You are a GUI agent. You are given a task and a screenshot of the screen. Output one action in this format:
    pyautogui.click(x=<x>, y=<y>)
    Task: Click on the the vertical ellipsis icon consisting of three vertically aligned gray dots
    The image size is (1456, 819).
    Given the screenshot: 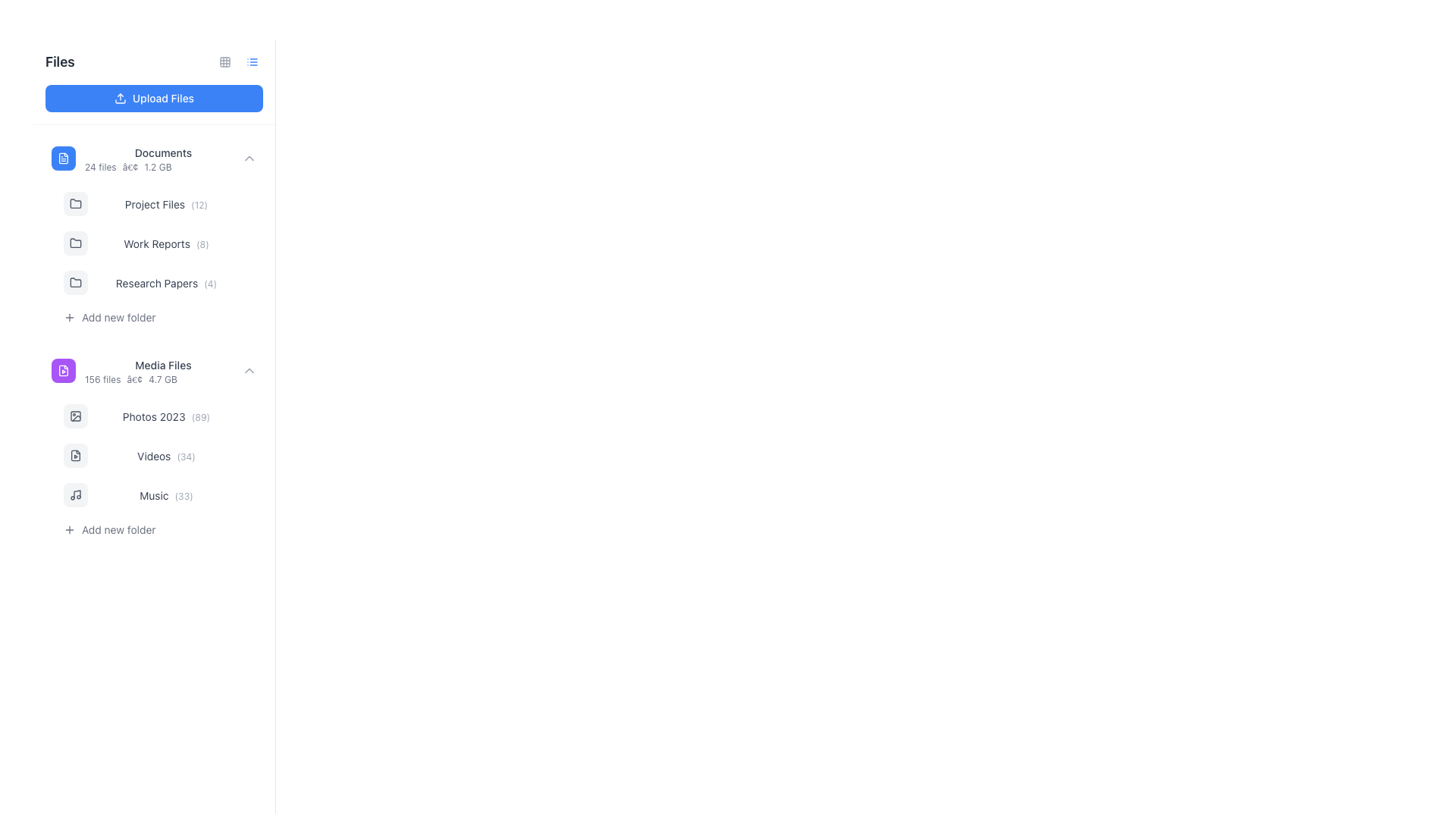 What is the action you would take?
    pyautogui.click(x=246, y=494)
    